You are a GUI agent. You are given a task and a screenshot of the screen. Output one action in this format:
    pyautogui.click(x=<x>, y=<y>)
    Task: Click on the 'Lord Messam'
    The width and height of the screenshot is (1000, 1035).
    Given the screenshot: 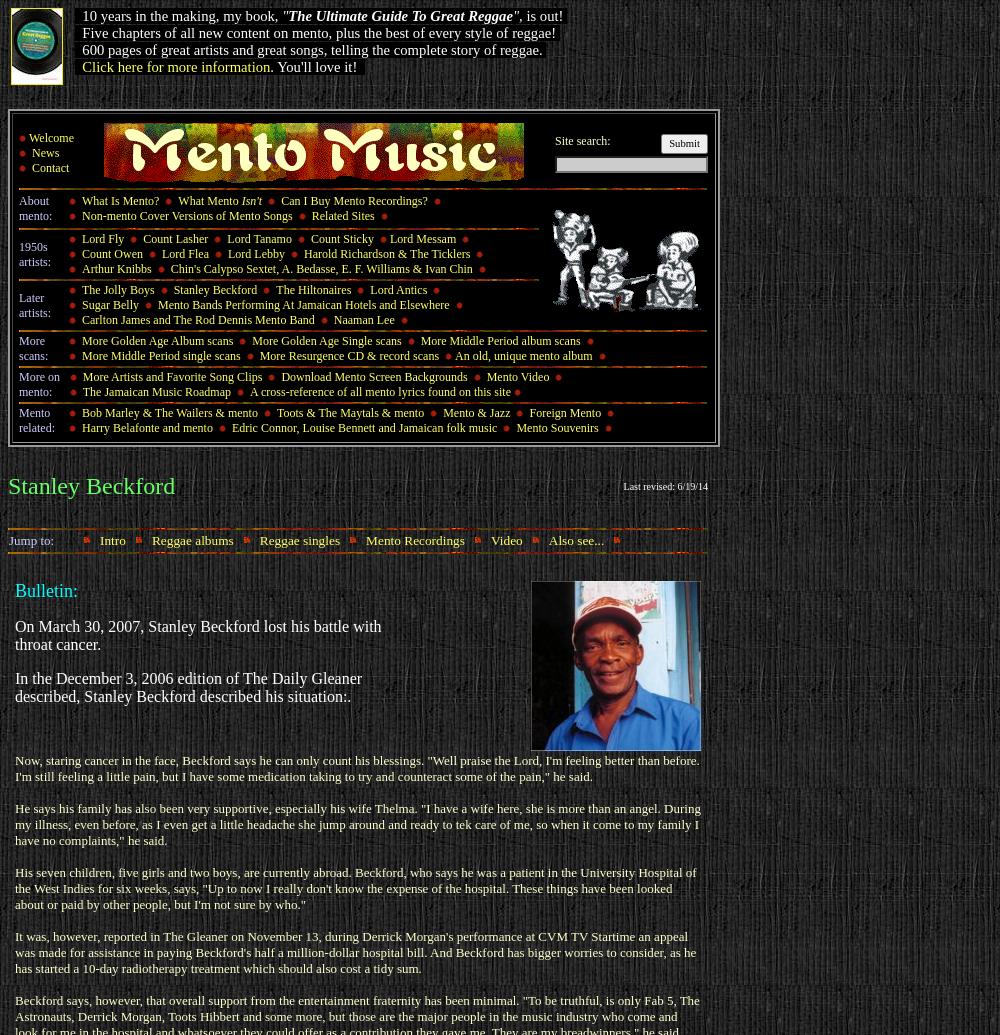 What is the action you would take?
    pyautogui.click(x=422, y=238)
    